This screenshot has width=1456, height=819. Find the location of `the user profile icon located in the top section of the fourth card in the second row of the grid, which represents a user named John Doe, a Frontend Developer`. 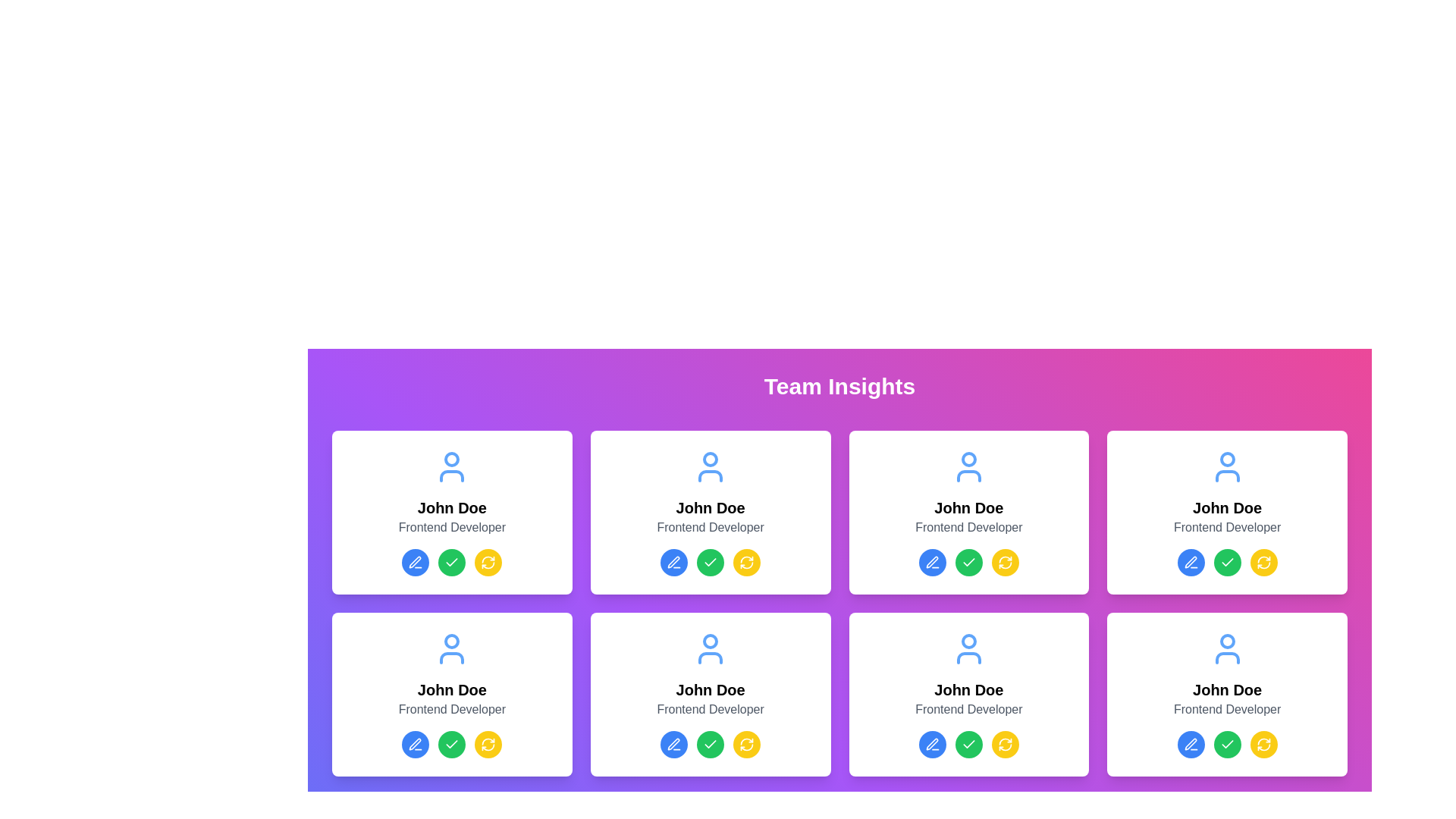

the user profile icon located in the top section of the fourth card in the second row of the grid, which represents a user named John Doe, a Frontend Developer is located at coordinates (1227, 648).